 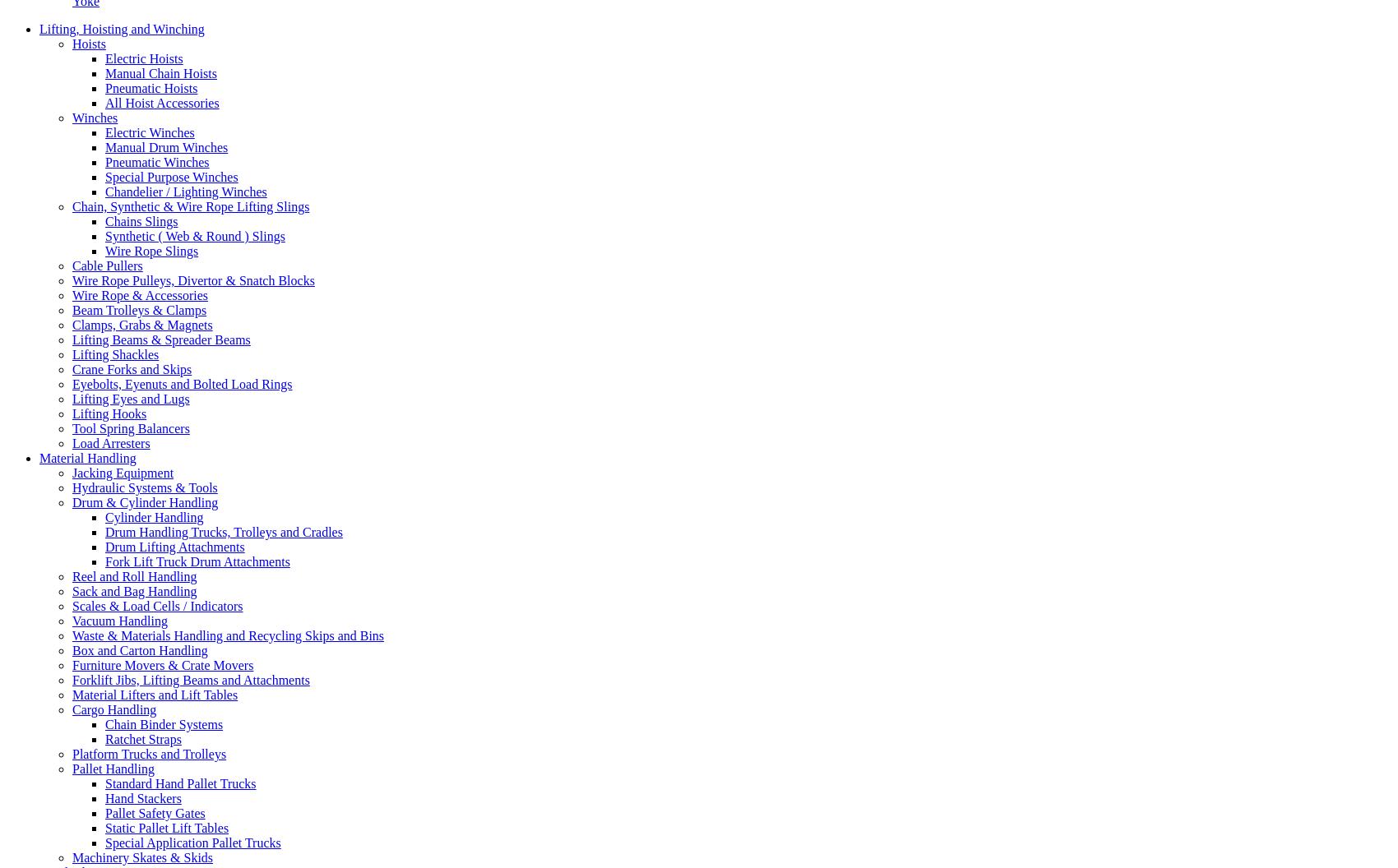 What do you see at coordinates (149, 132) in the screenshot?
I see `'Electric Winches'` at bounding box center [149, 132].